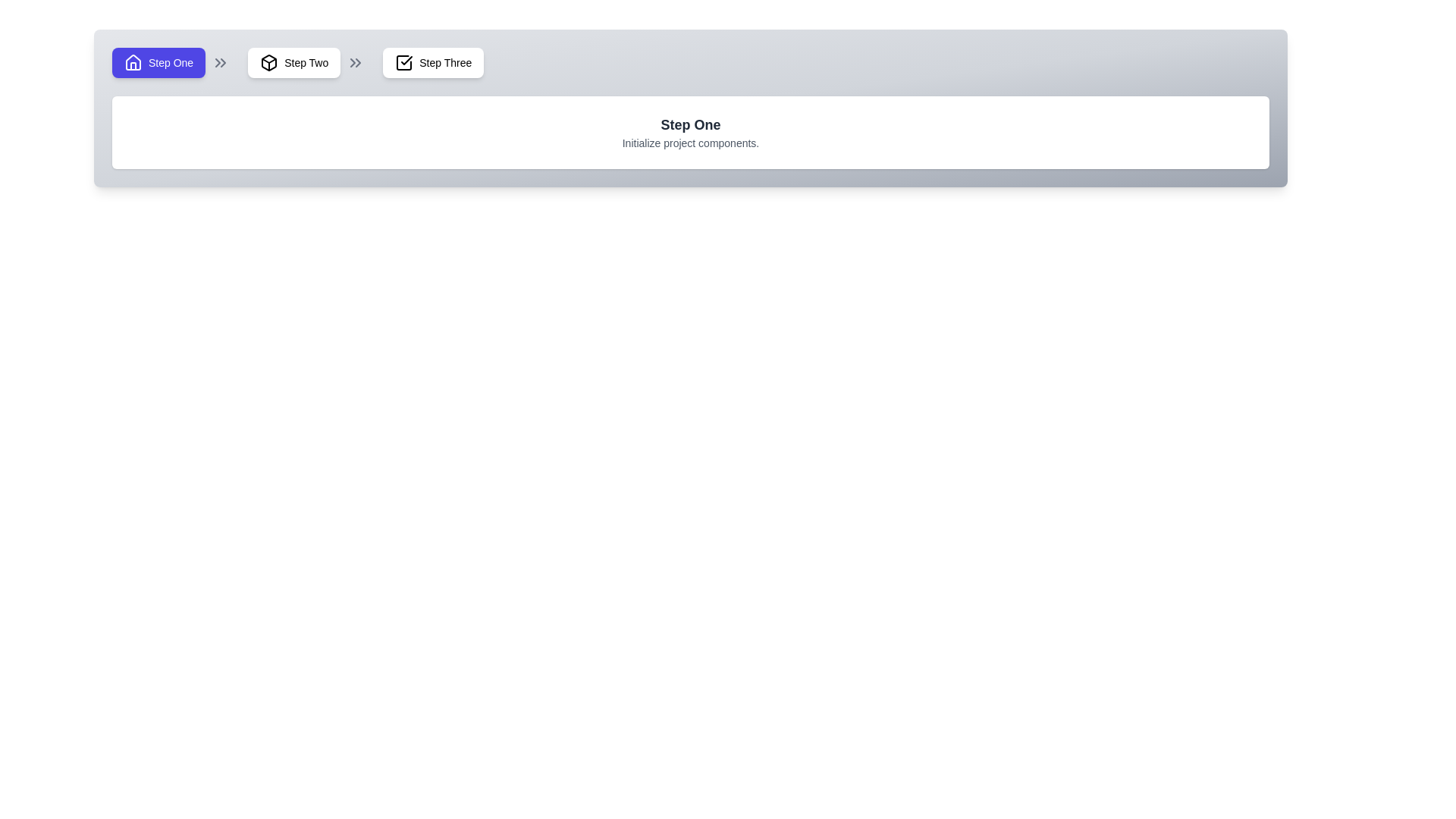  Describe the element at coordinates (133, 61) in the screenshot. I see `the 'home' icon representing the 'Step One' feature located on the leftmost side of the step navigation bar` at that location.